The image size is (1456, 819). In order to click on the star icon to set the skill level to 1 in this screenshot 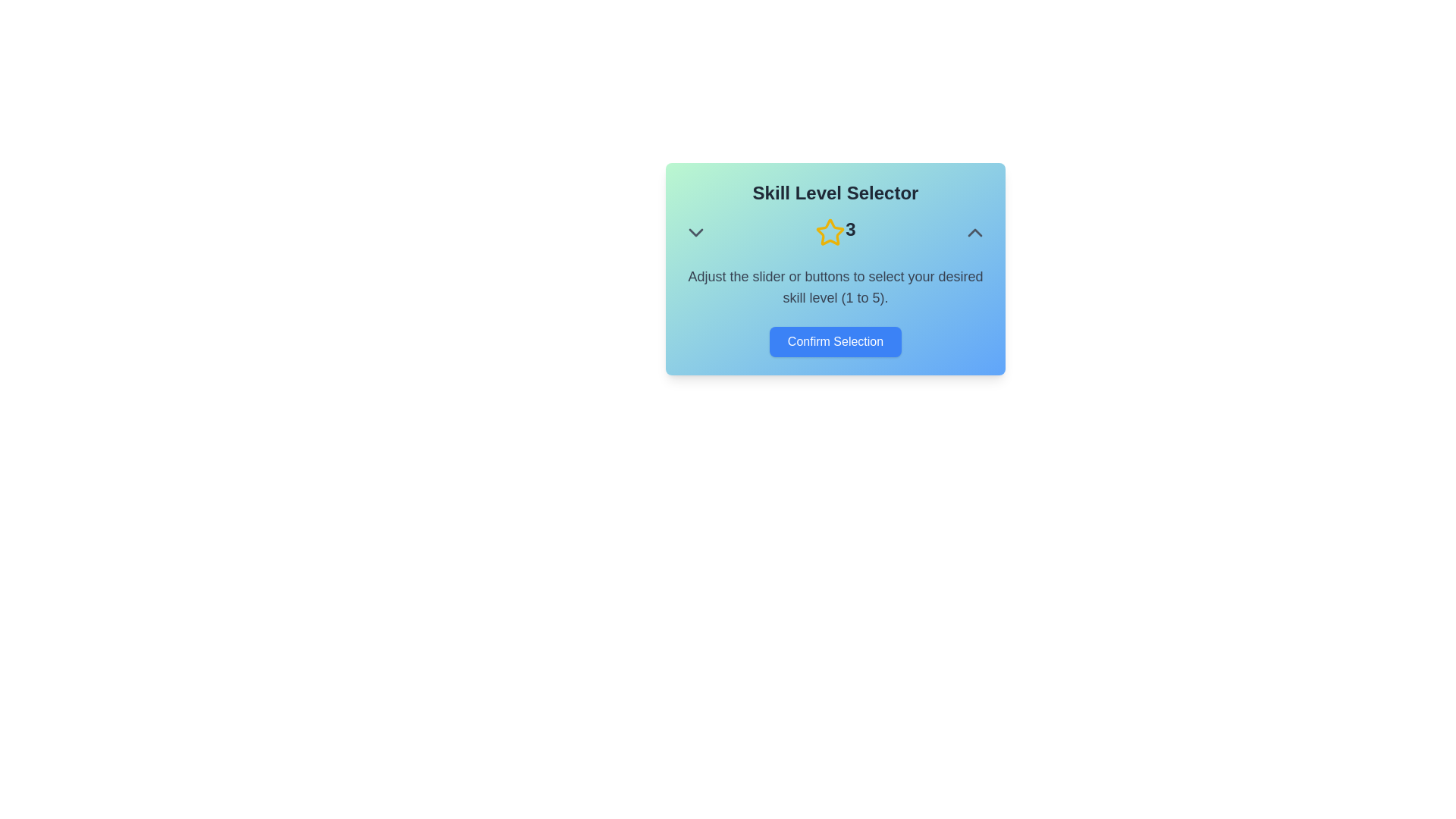, I will do `click(795, 233)`.